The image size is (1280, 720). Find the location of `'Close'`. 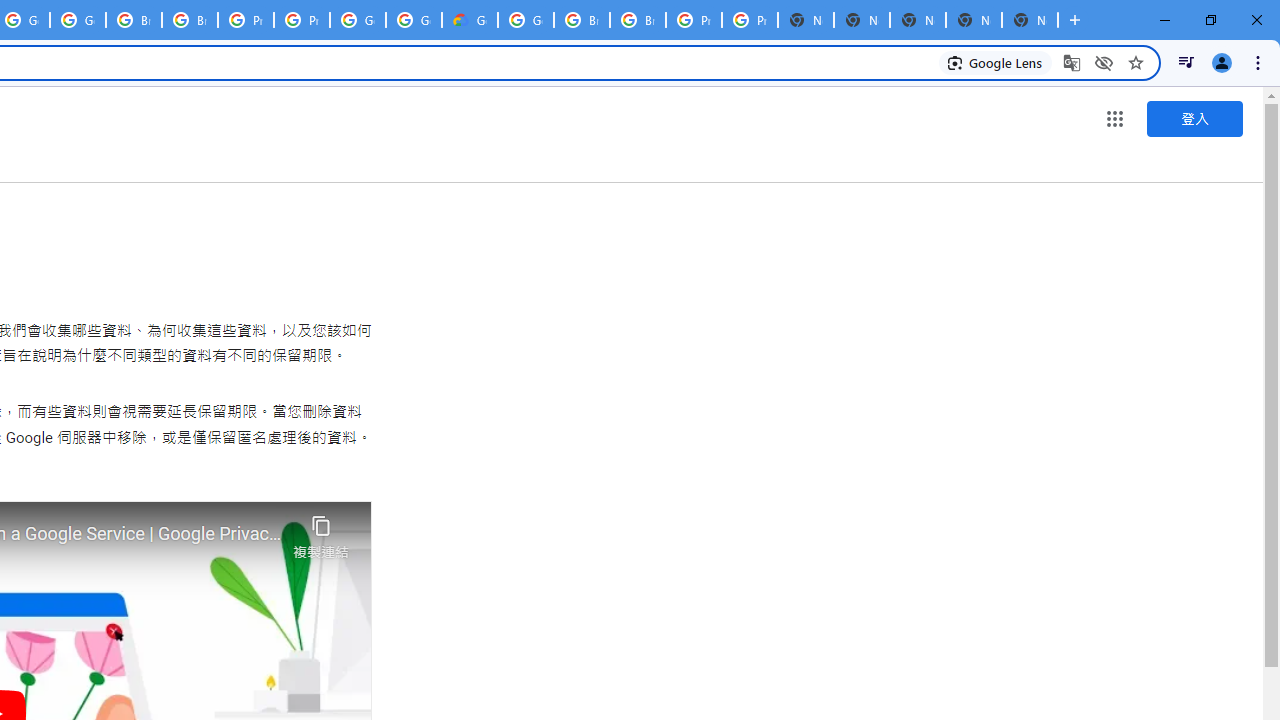

'Close' is located at coordinates (1255, 20).